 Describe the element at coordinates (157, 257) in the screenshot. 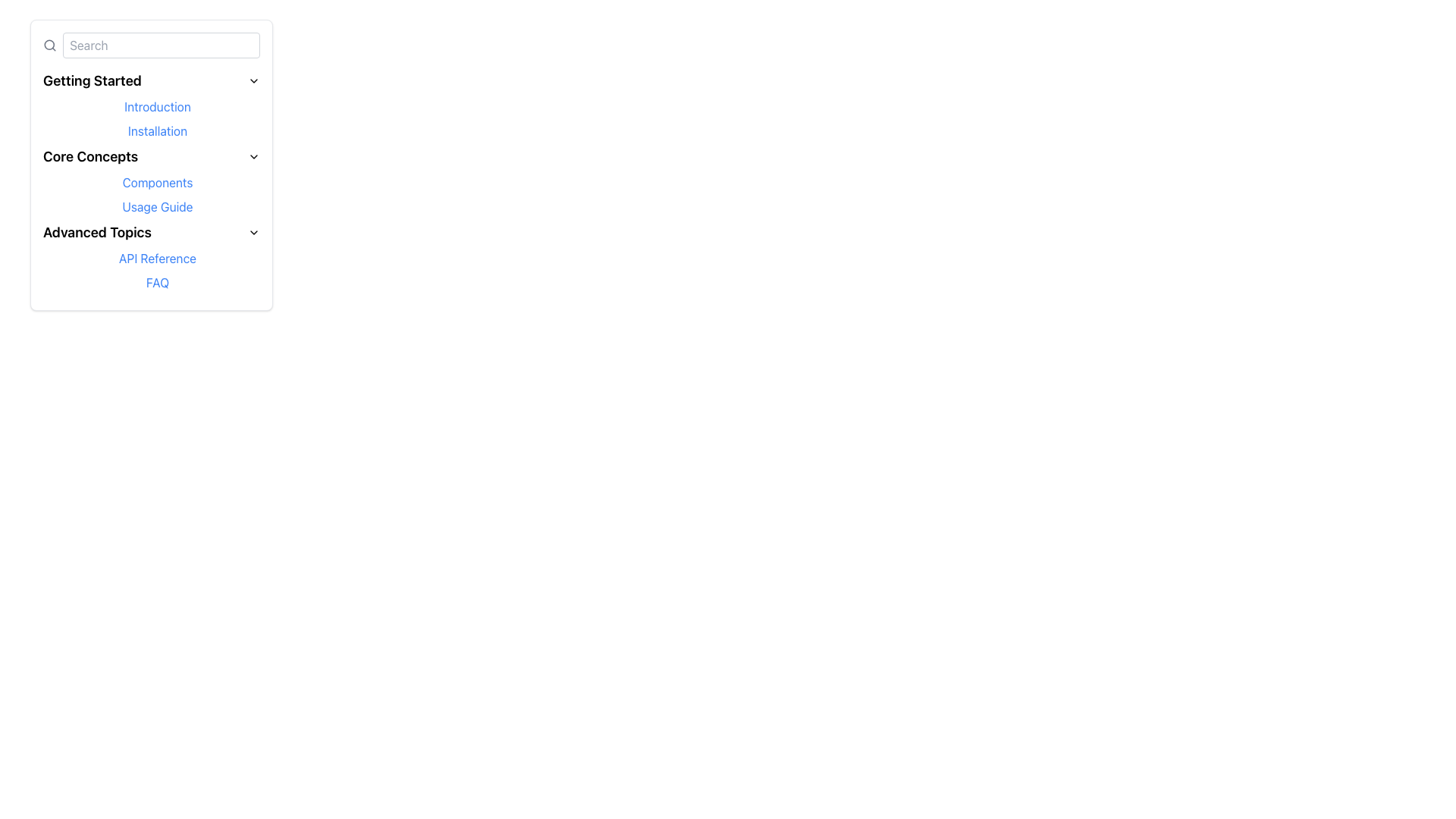

I see `the 'API Reference' hyperlink, which is styled in blue and underlined` at that location.